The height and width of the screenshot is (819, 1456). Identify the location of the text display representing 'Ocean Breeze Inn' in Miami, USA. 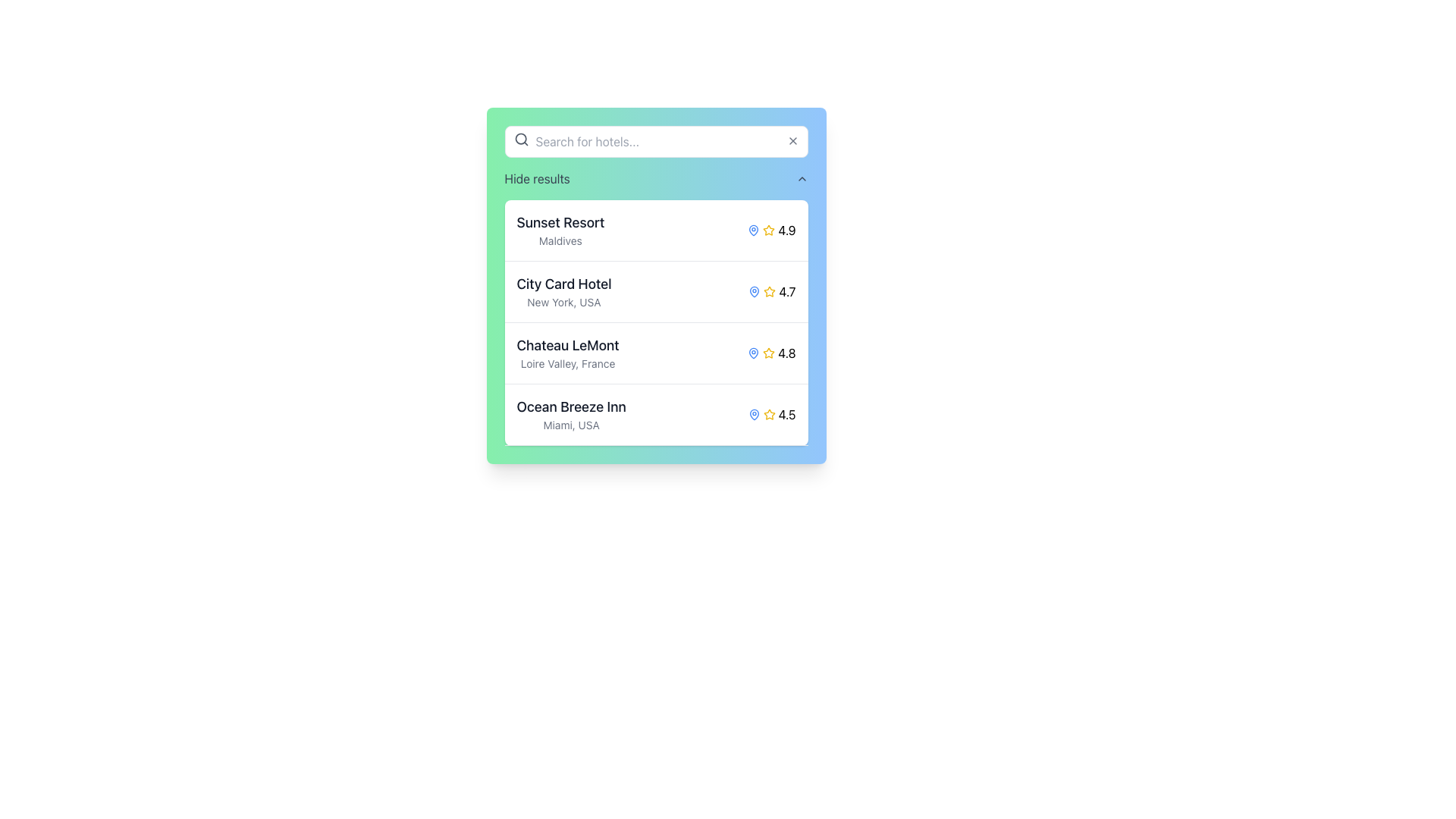
(570, 415).